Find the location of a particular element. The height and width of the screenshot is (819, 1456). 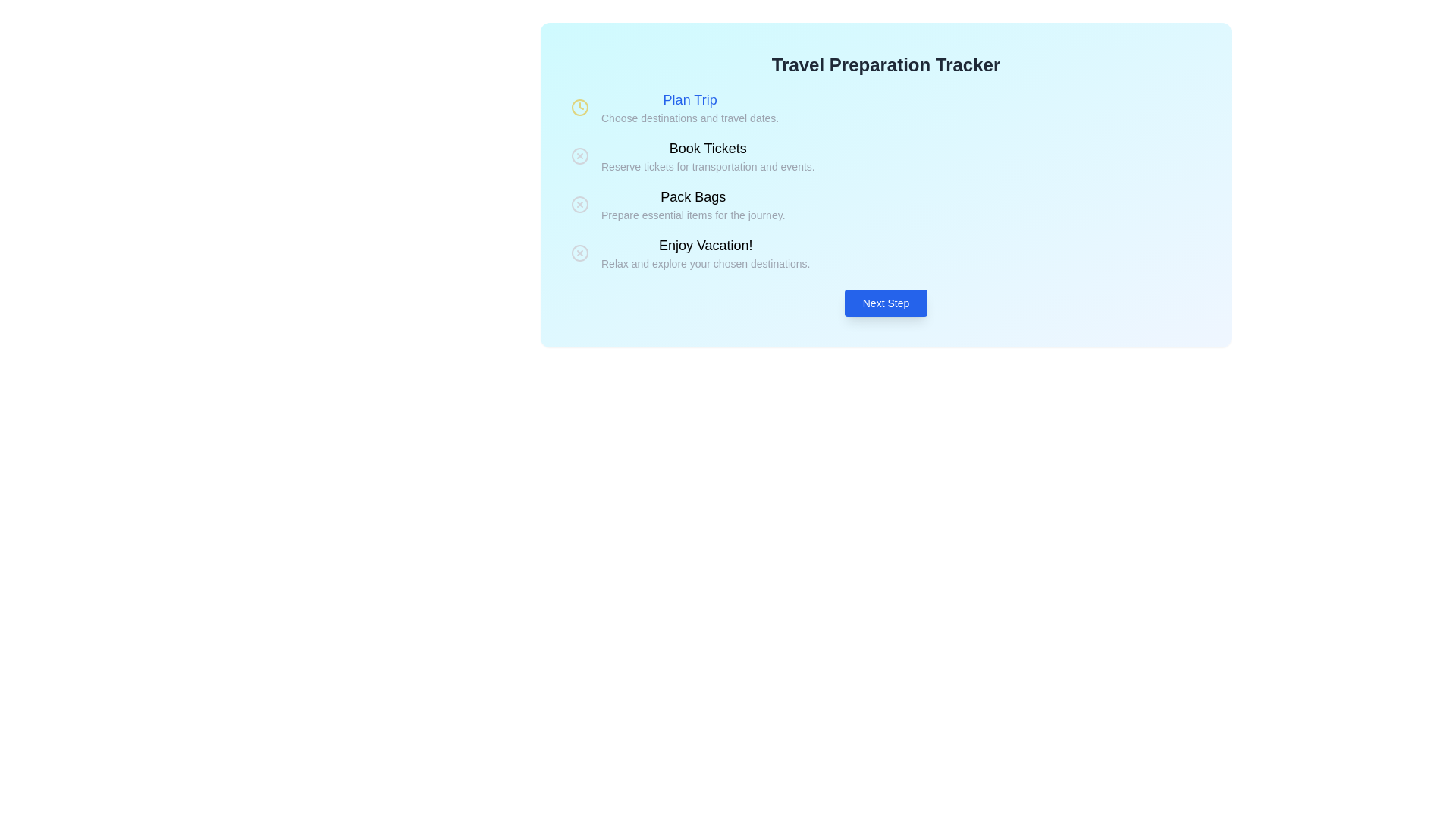

the explanatory Text Label located beneath the 'Pack Bags' title, which provides information about the tasks involved in that section is located at coordinates (692, 215).